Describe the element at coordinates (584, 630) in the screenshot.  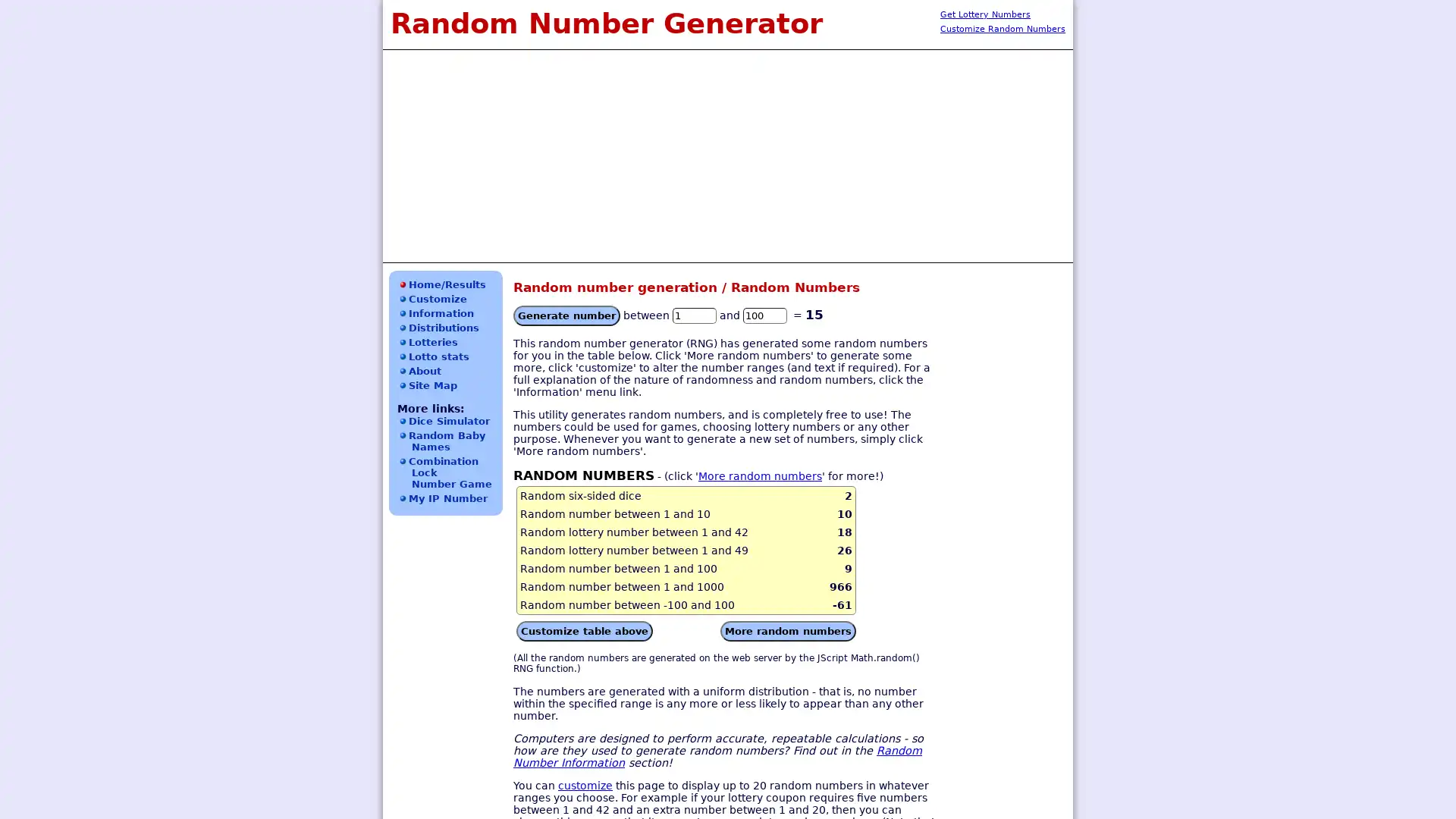
I see `Customize table above` at that location.